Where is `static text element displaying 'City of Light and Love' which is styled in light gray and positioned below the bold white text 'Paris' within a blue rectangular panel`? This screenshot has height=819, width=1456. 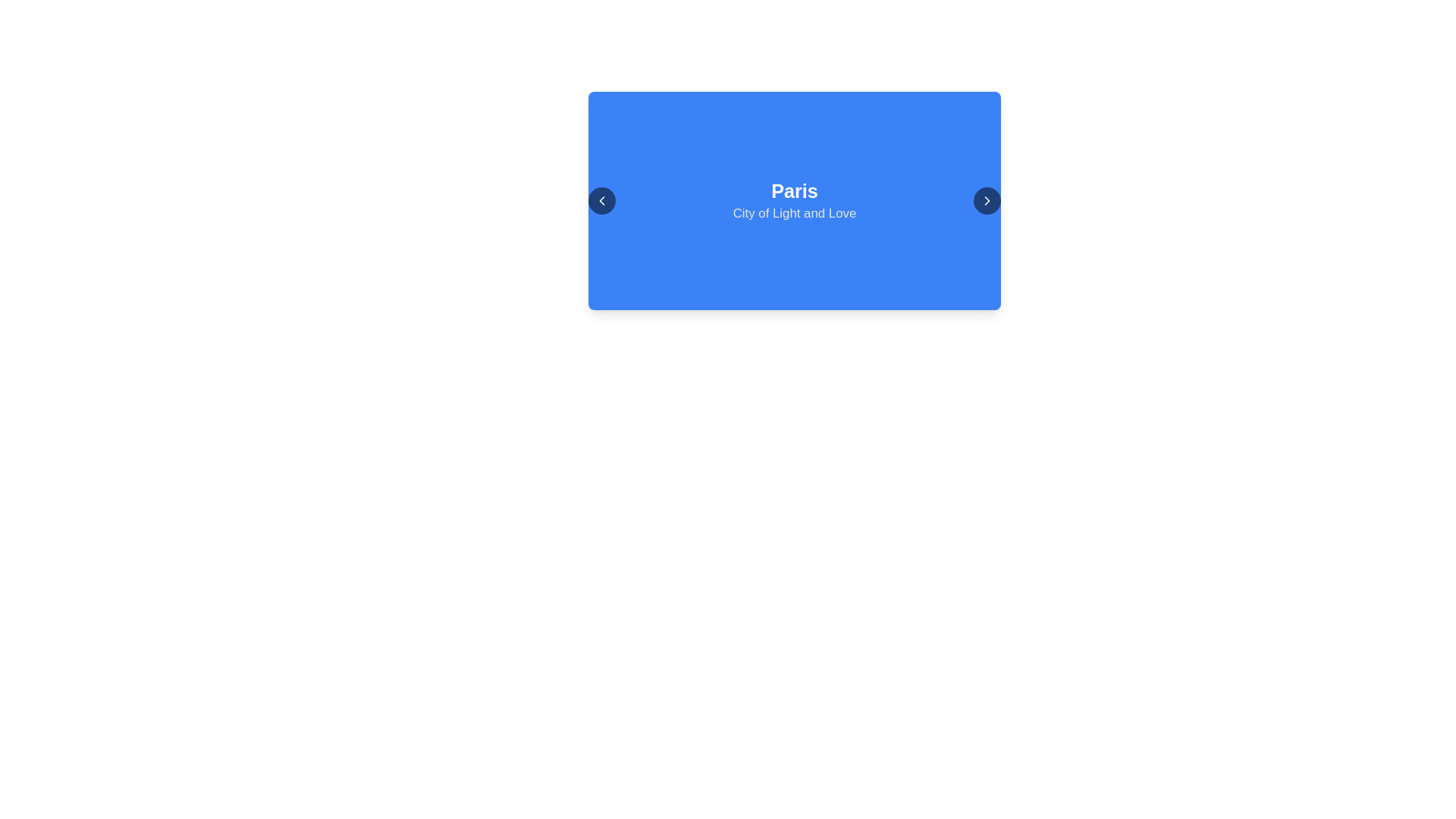 static text element displaying 'City of Light and Love' which is styled in light gray and positioned below the bold white text 'Paris' within a blue rectangular panel is located at coordinates (793, 213).